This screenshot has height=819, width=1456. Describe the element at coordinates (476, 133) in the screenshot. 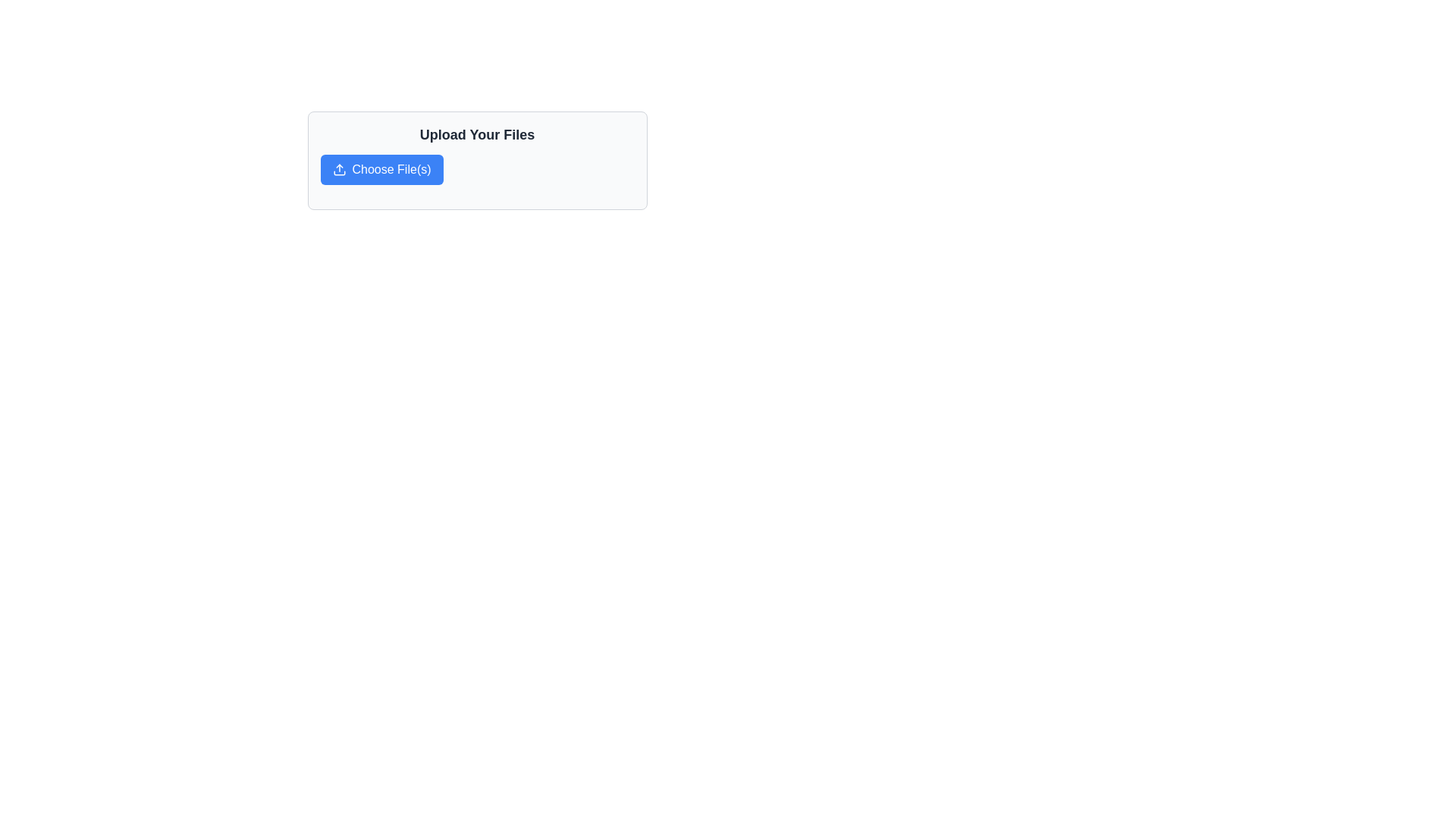

I see `the heading text that serves as the title for the file upload section, located at the top-center of the card, above the 'Choose File(s)' button` at that location.